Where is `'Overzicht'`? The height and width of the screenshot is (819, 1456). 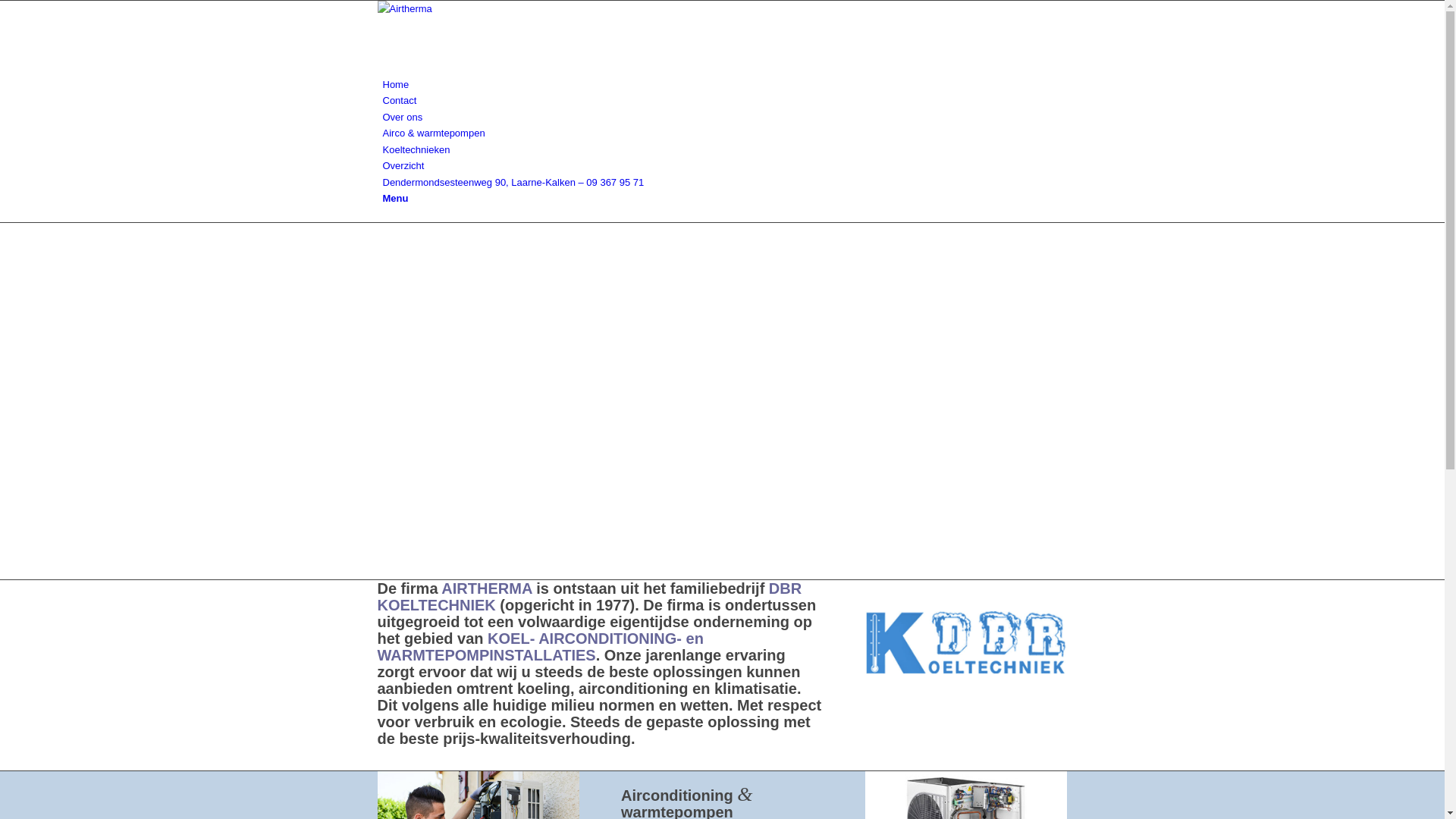 'Overzicht' is located at coordinates (403, 165).